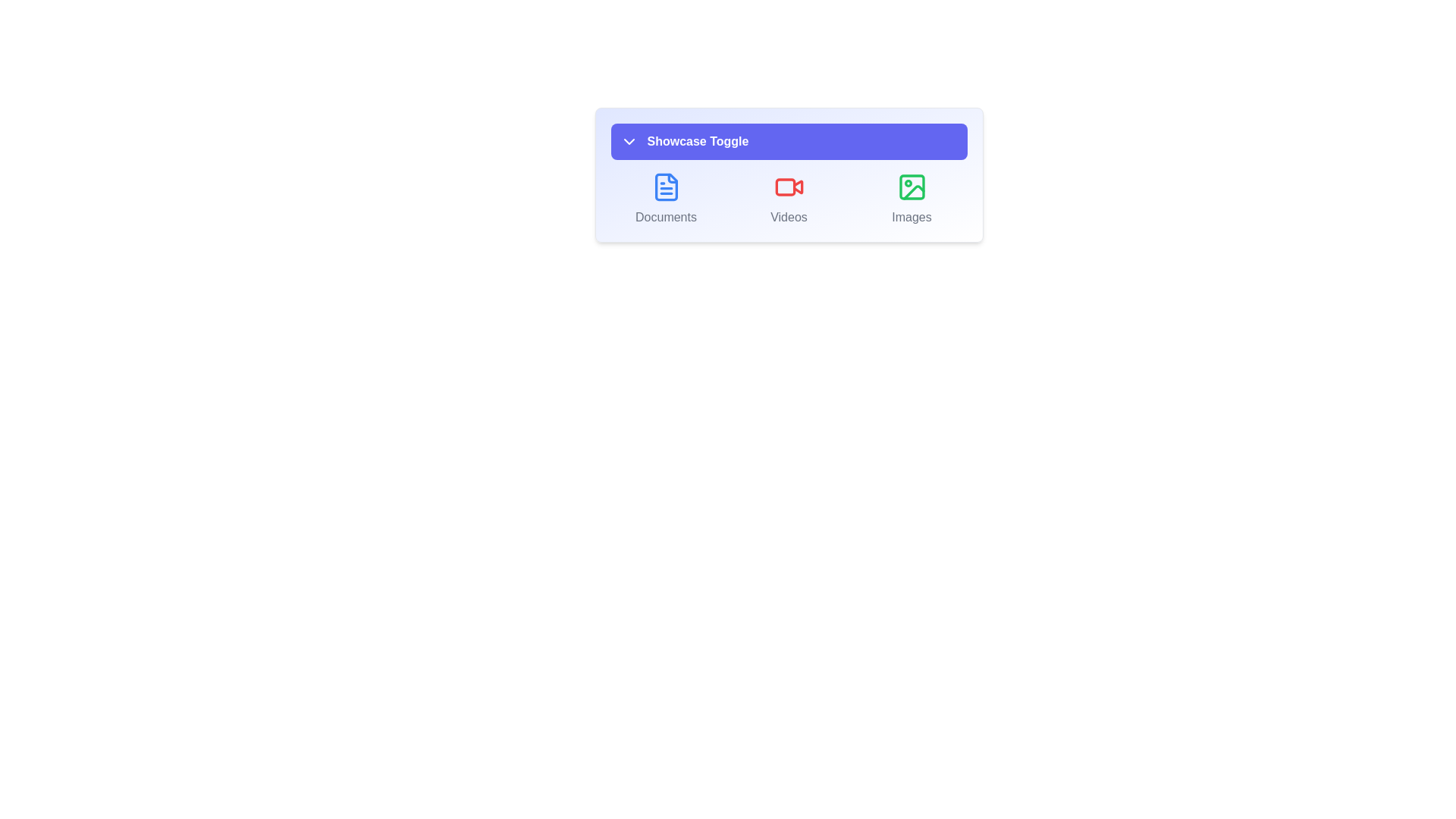  What do you see at coordinates (683, 141) in the screenshot?
I see `the 'Showcase Toggle' text label with a downward arrow icon` at bounding box center [683, 141].